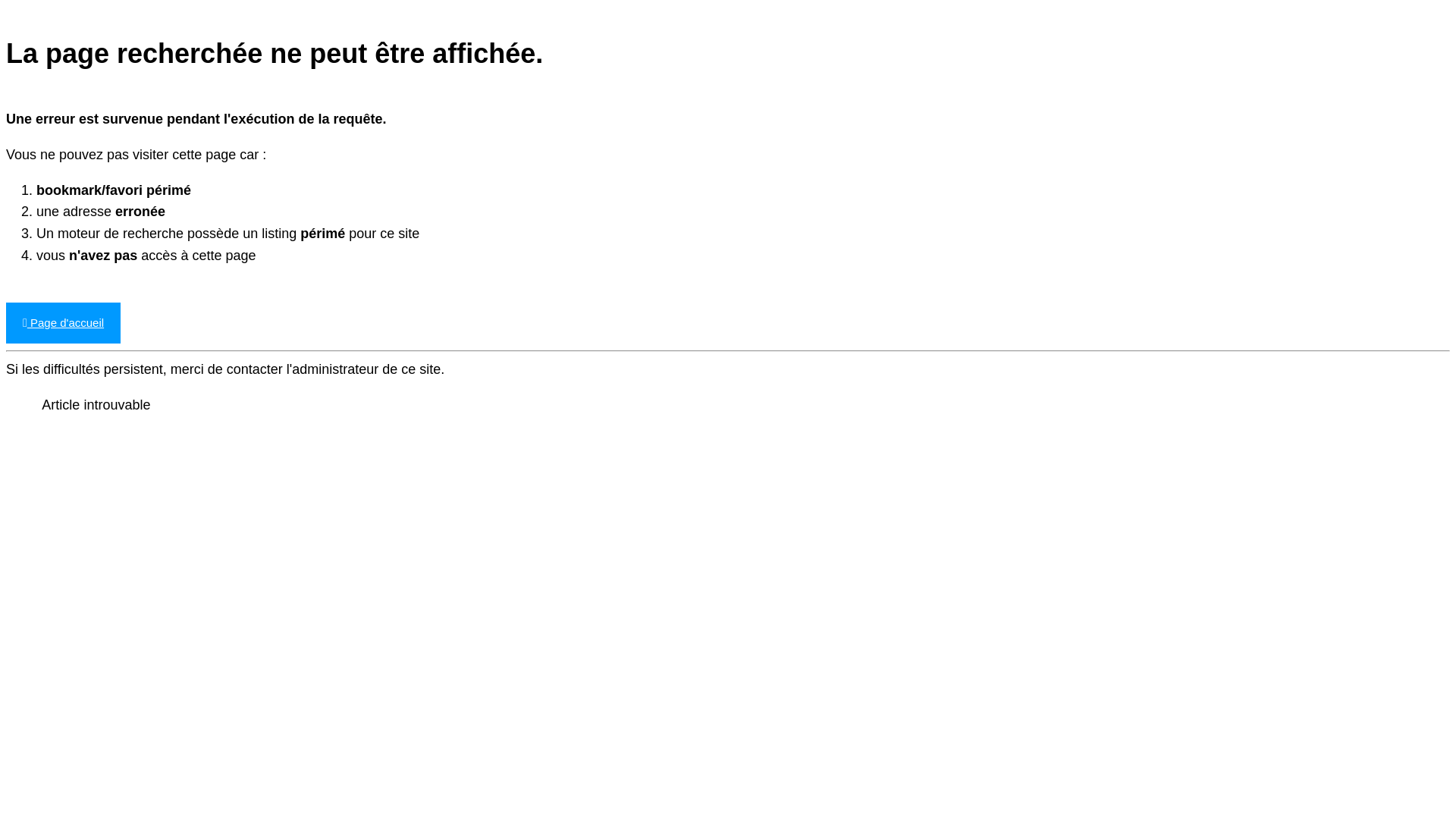 Image resolution: width=1456 pixels, height=819 pixels. I want to click on 'Page d'accueil', so click(6, 322).